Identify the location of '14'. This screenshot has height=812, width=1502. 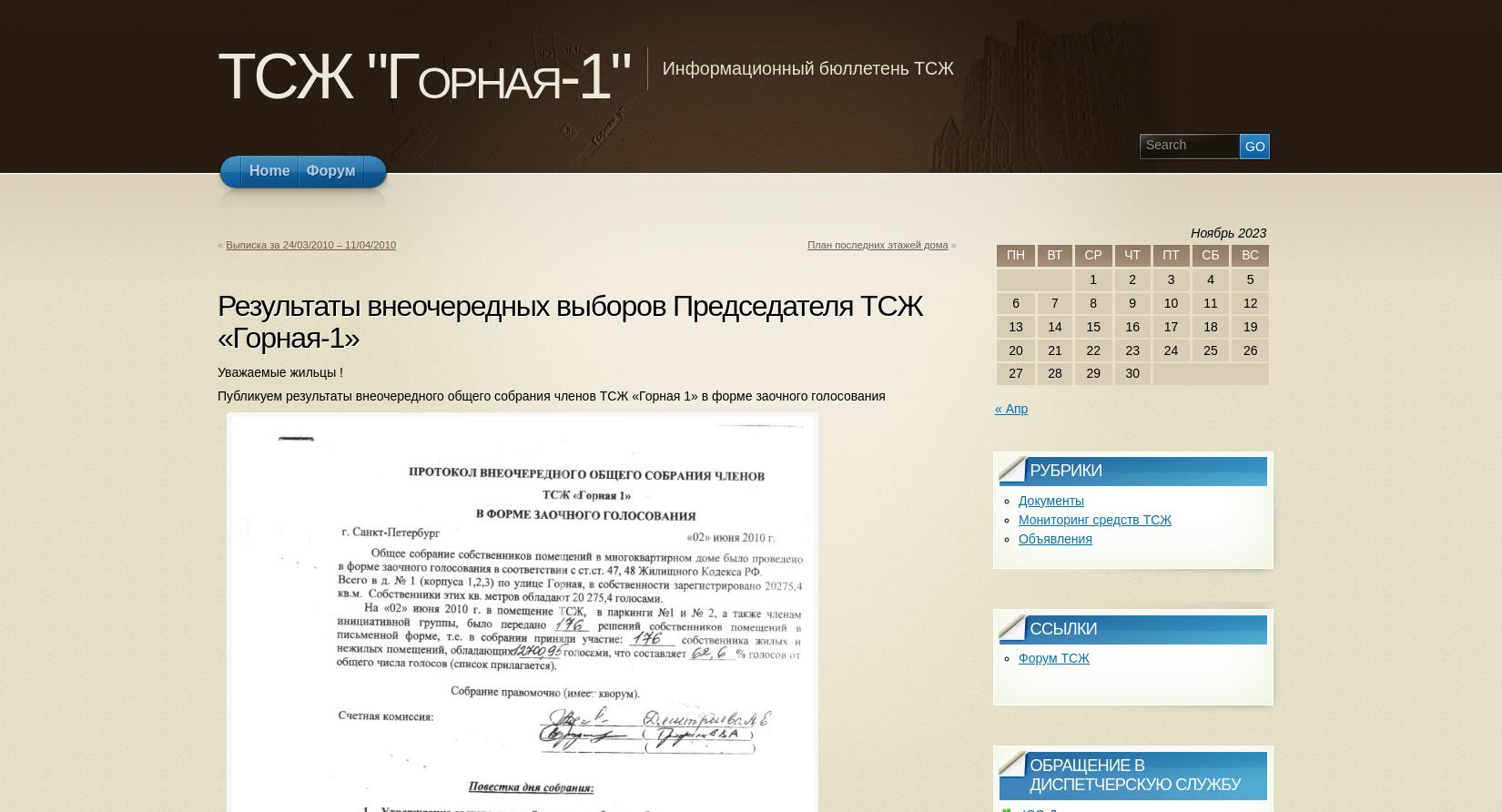
(1054, 324).